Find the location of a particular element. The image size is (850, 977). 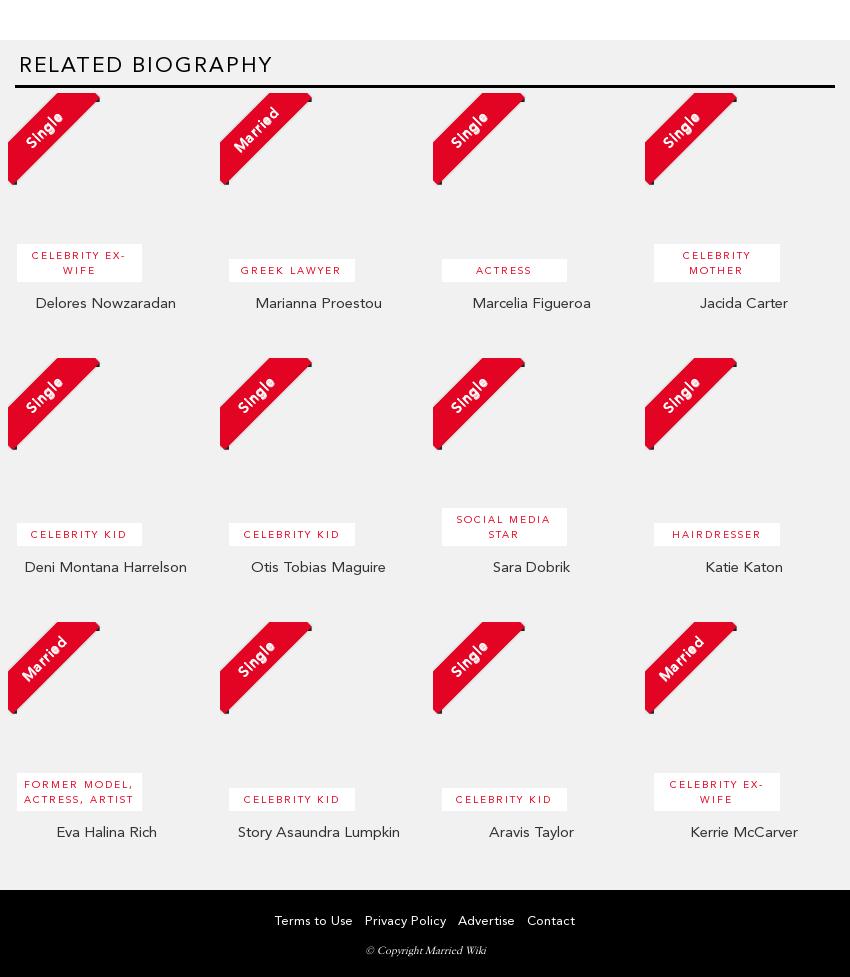

'Privacy Policy' is located at coordinates (405, 918).